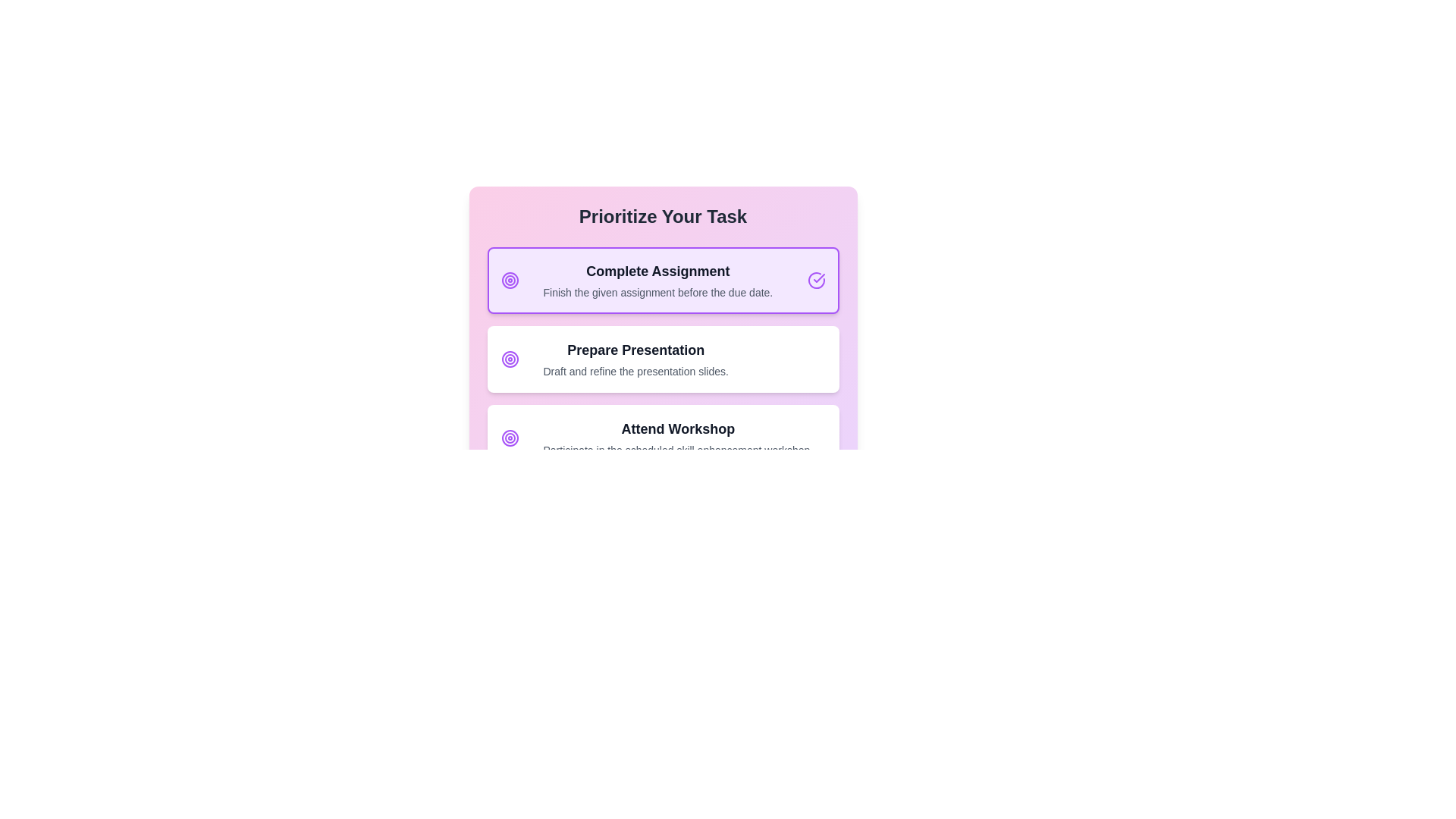 The height and width of the screenshot is (819, 1456). What do you see at coordinates (657, 292) in the screenshot?
I see `the text label providing guidance related to the assignment task, positioned below the title 'Complete Assignment' in the section titled 'Prioritize Your Task'` at bounding box center [657, 292].